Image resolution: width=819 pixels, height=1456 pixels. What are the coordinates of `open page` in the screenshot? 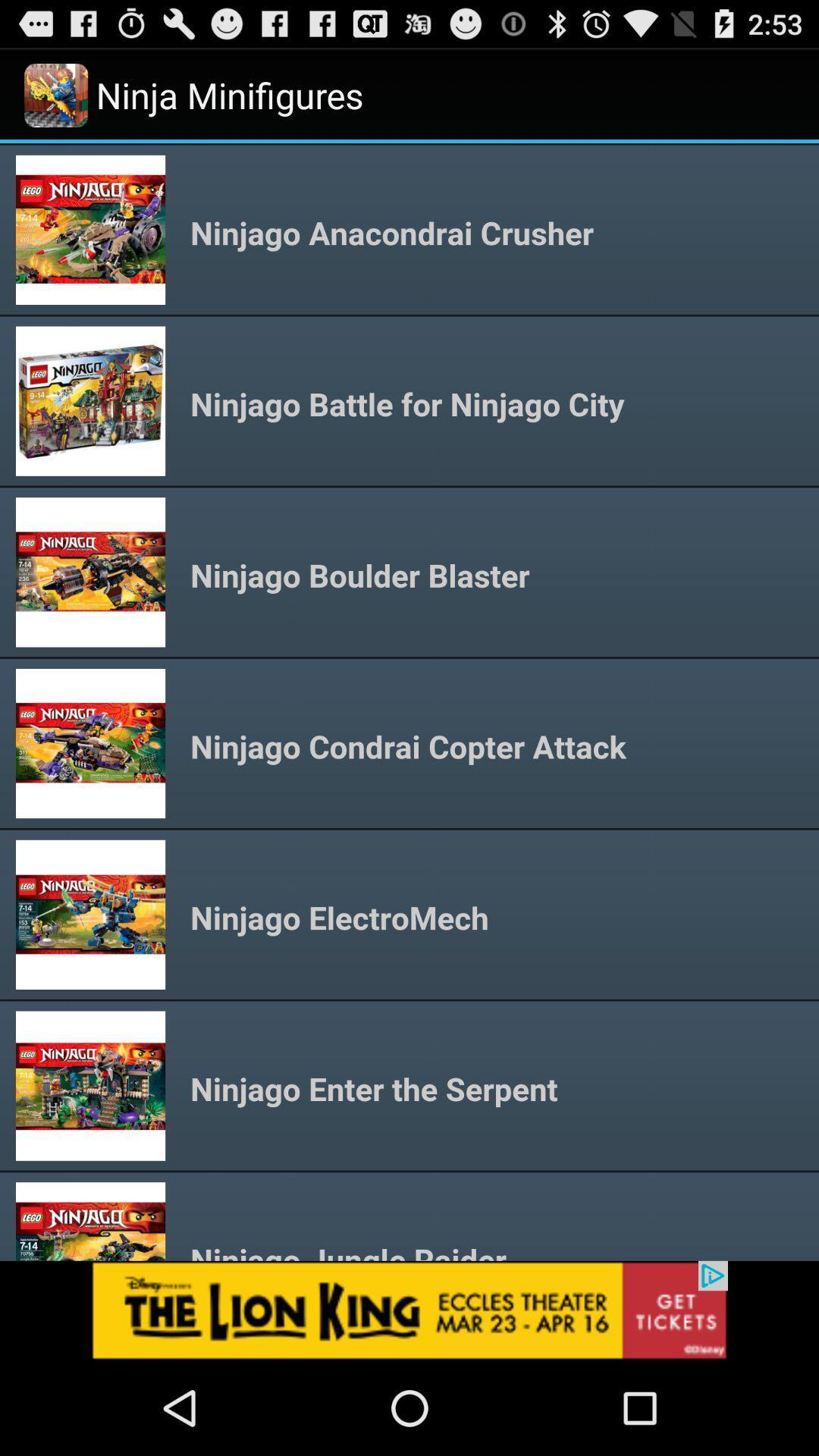 It's located at (409, 1310).